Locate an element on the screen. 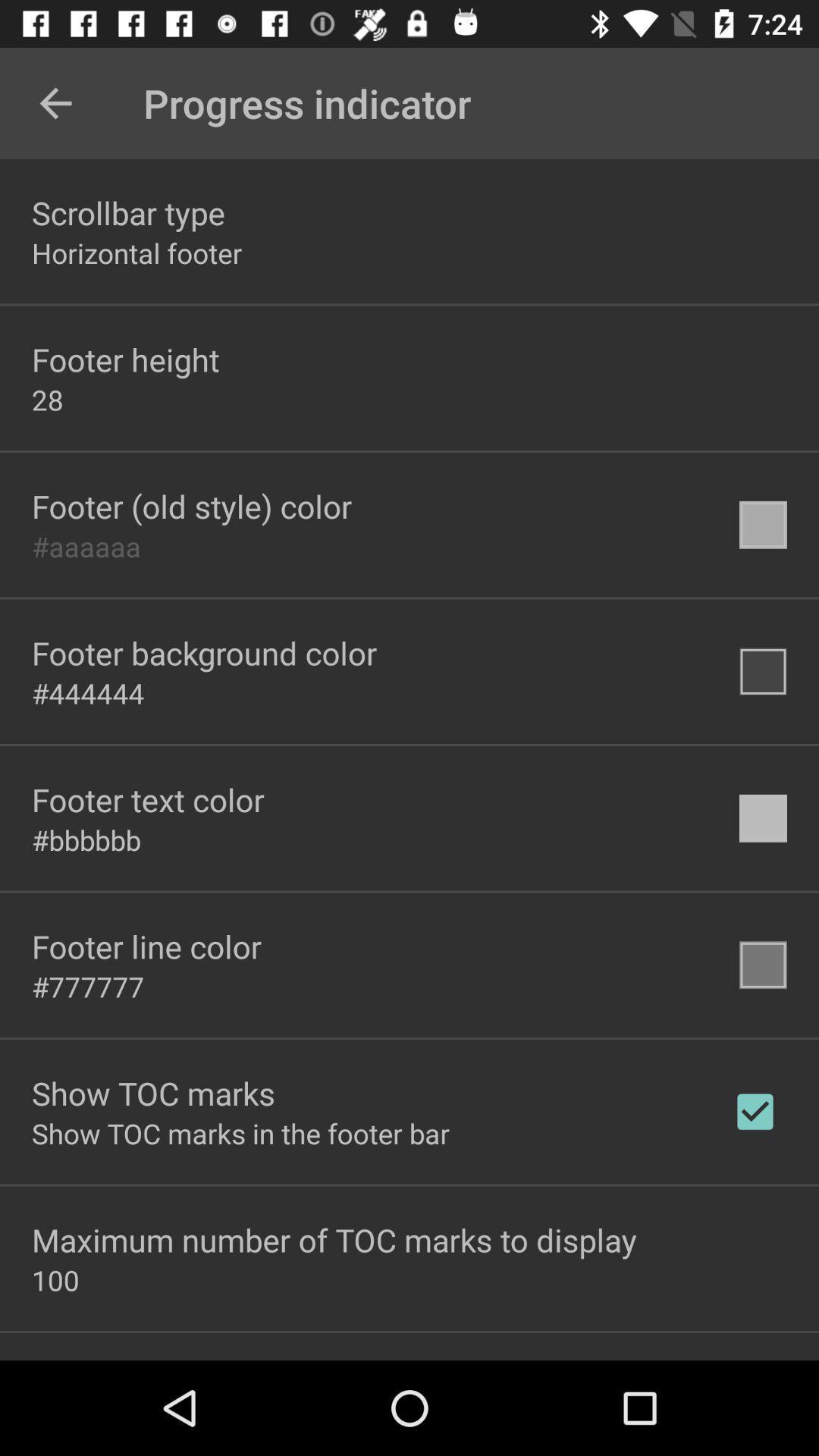 The image size is (819, 1456). the item below the footer line color item is located at coordinates (88, 987).